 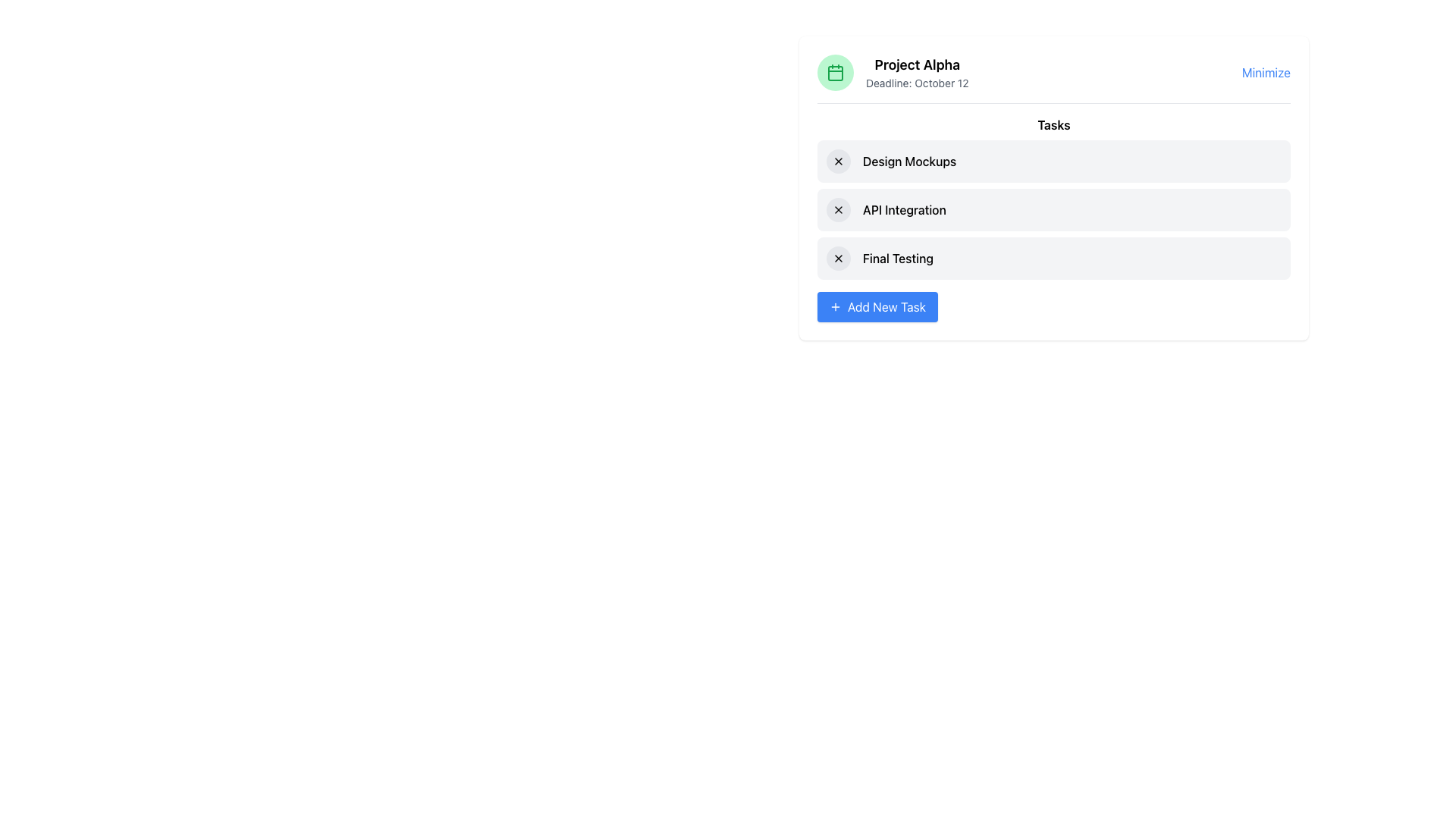 I want to click on the 'X' mark icon button with a light grey circular background, so click(x=837, y=210).